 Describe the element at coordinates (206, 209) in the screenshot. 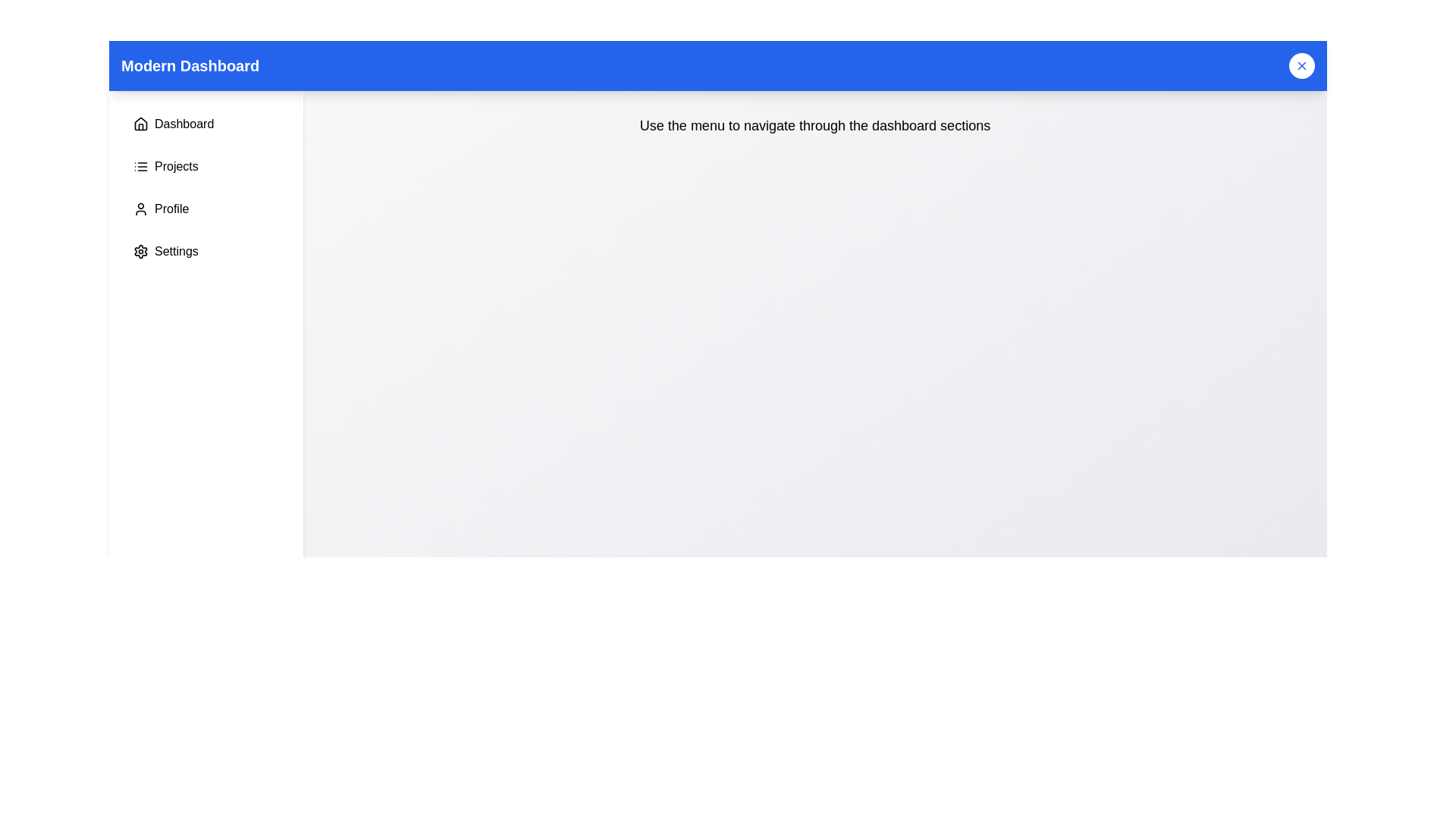

I see `the menu item labeled 'Profile' which is the third item in the left-hand navigation panel` at that location.